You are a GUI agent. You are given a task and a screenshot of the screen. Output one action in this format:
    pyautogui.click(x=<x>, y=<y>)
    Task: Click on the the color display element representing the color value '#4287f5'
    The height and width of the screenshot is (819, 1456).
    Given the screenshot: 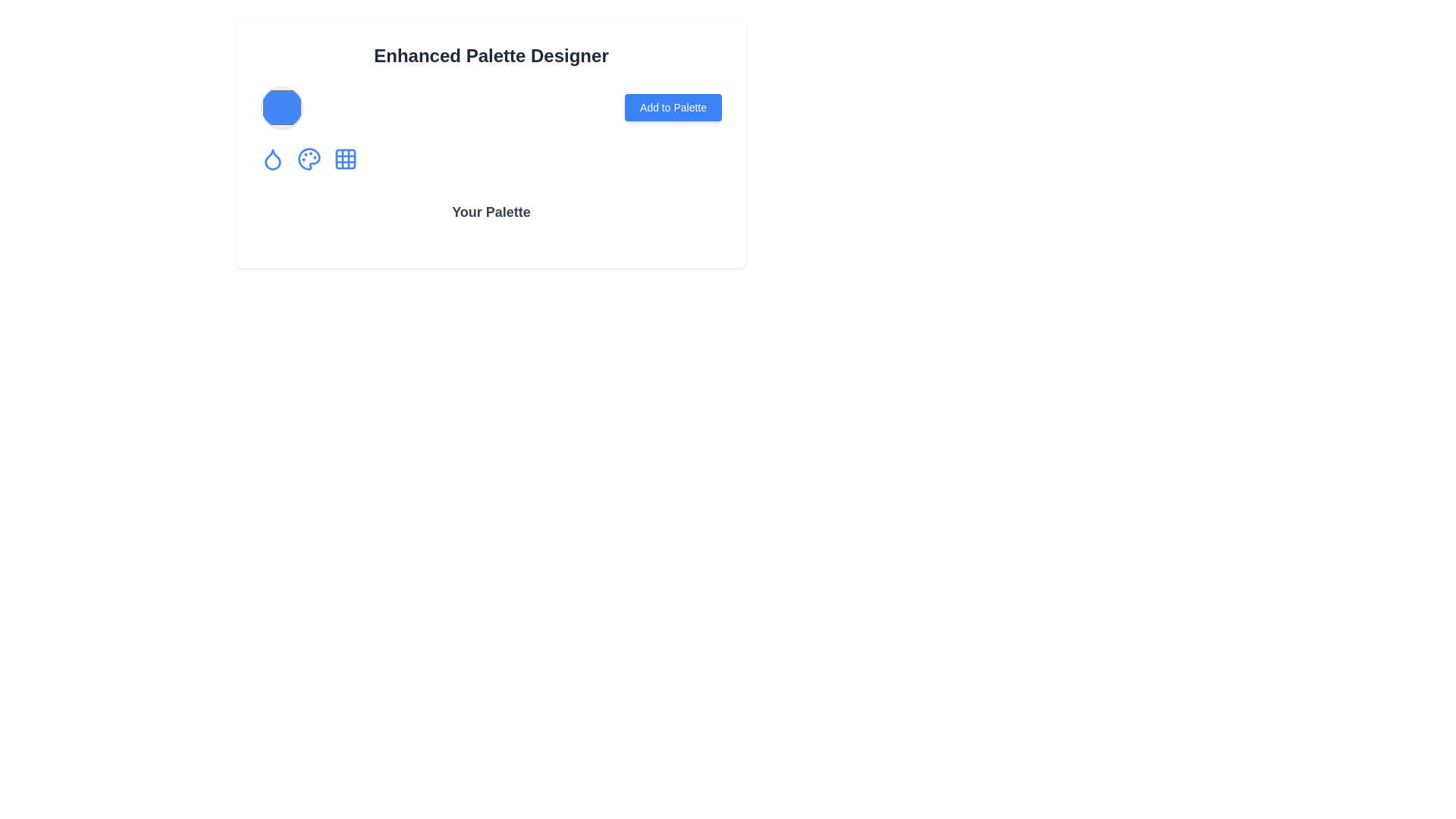 What is the action you would take?
    pyautogui.click(x=282, y=107)
    